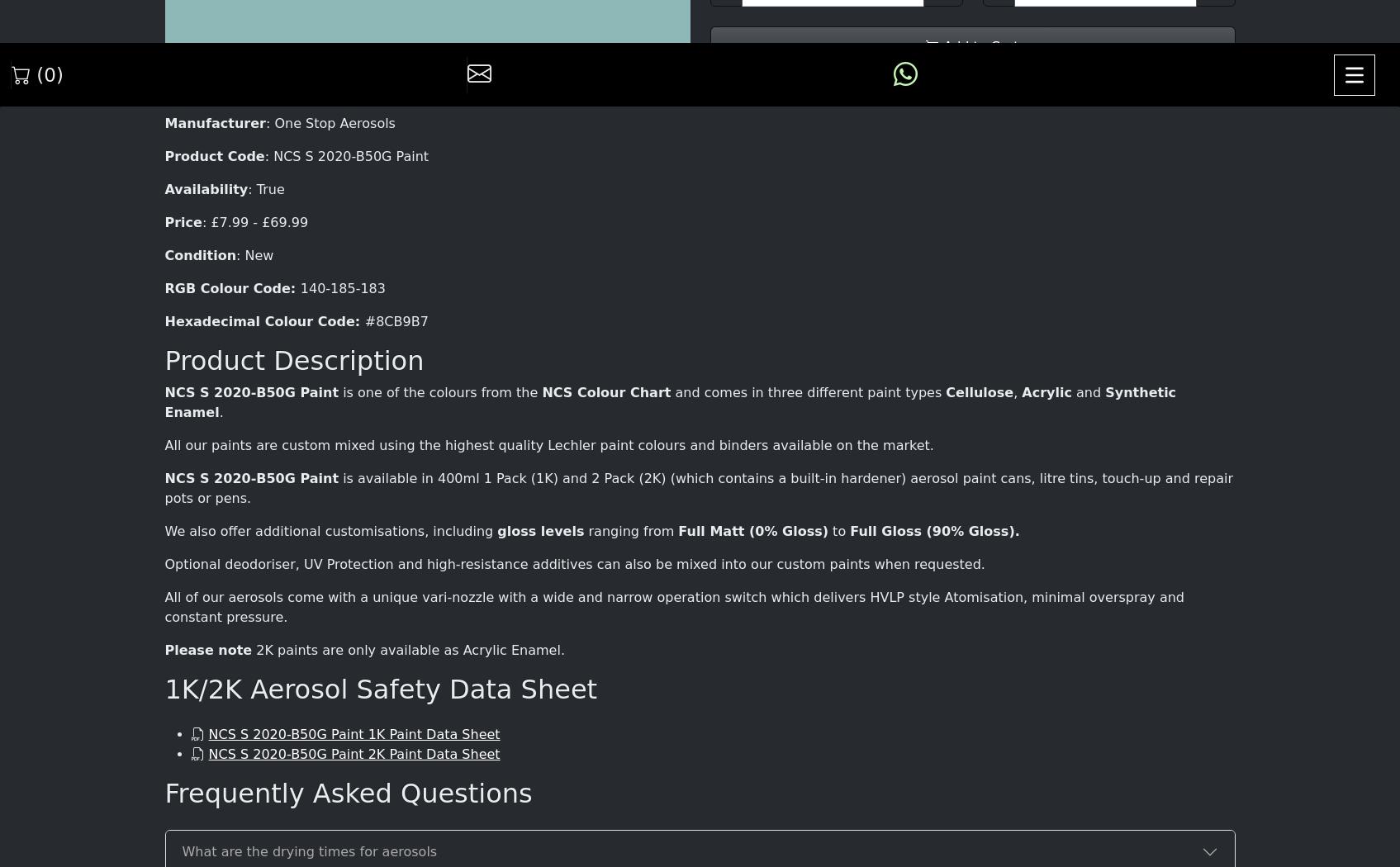 This screenshot has width=1400, height=867. What do you see at coordinates (207, 263) in the screenshot?
I see `'Please note'` at bounding box center [207, 263].